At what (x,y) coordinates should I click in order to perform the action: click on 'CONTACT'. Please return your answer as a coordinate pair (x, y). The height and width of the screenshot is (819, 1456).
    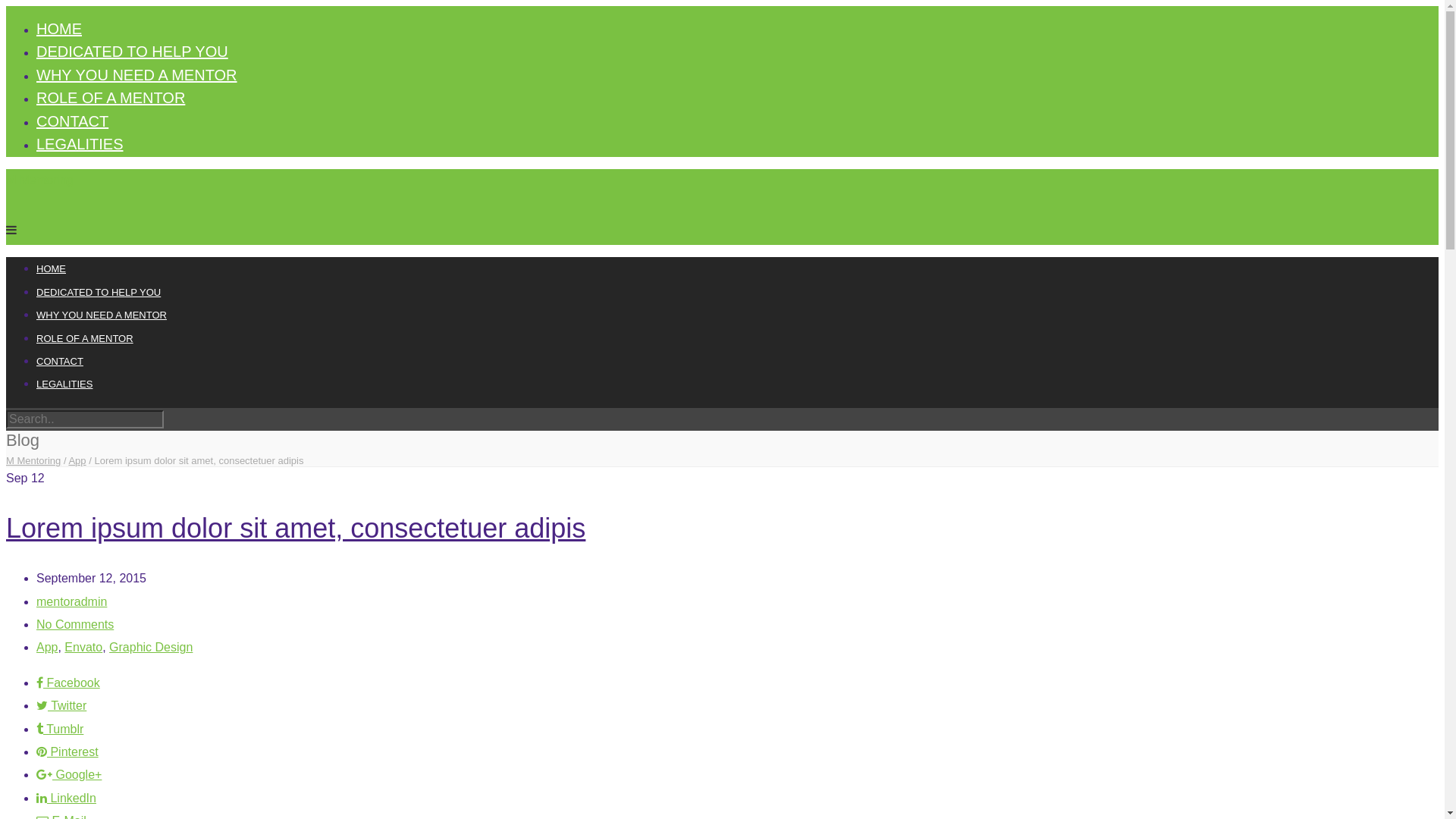
    Looking at the image, I should click on (36, 120).